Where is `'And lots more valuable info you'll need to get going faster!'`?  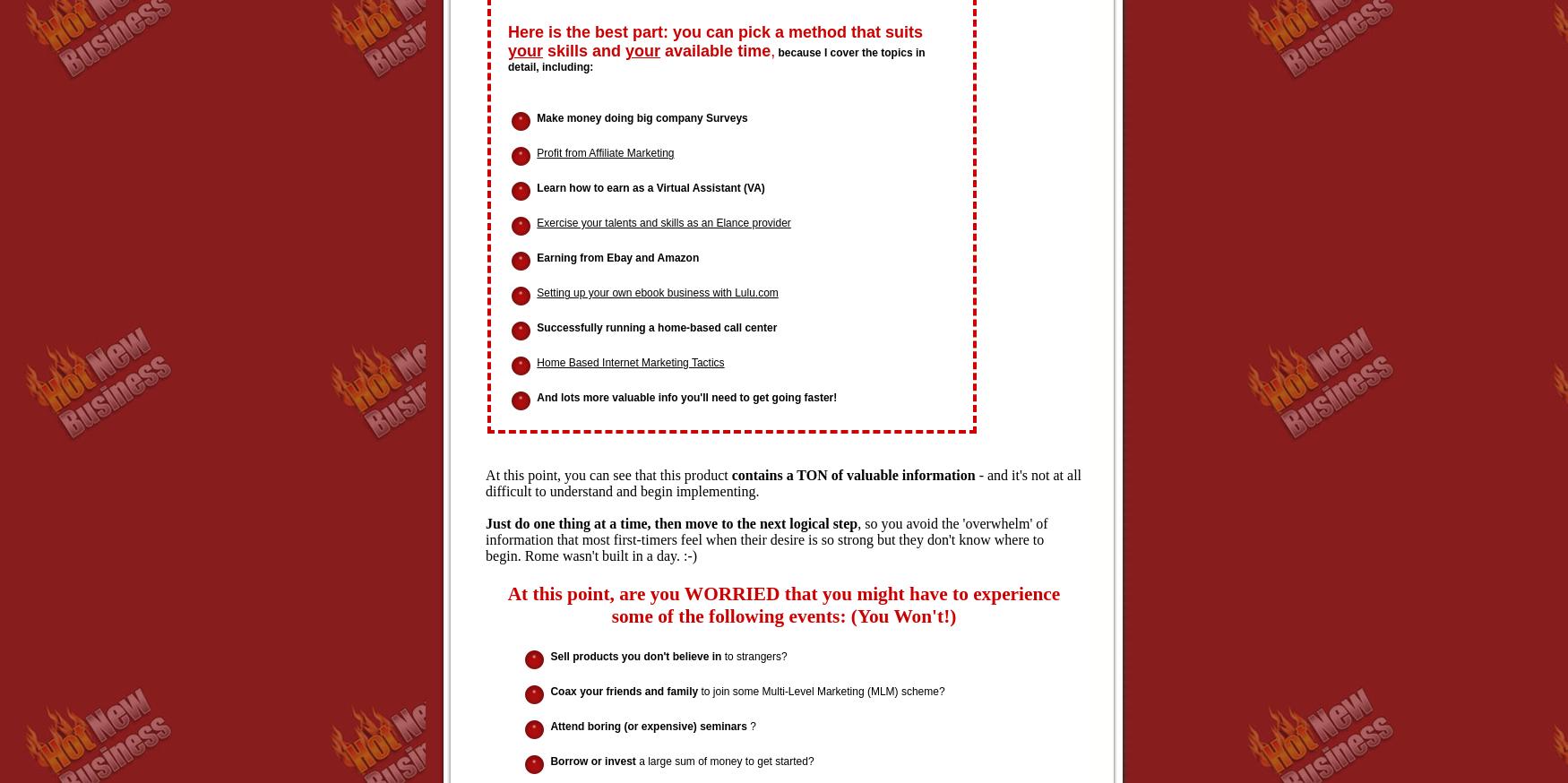 'And lots more valuable info you'll need to get going faster!' is located at coordinates (685, 396).